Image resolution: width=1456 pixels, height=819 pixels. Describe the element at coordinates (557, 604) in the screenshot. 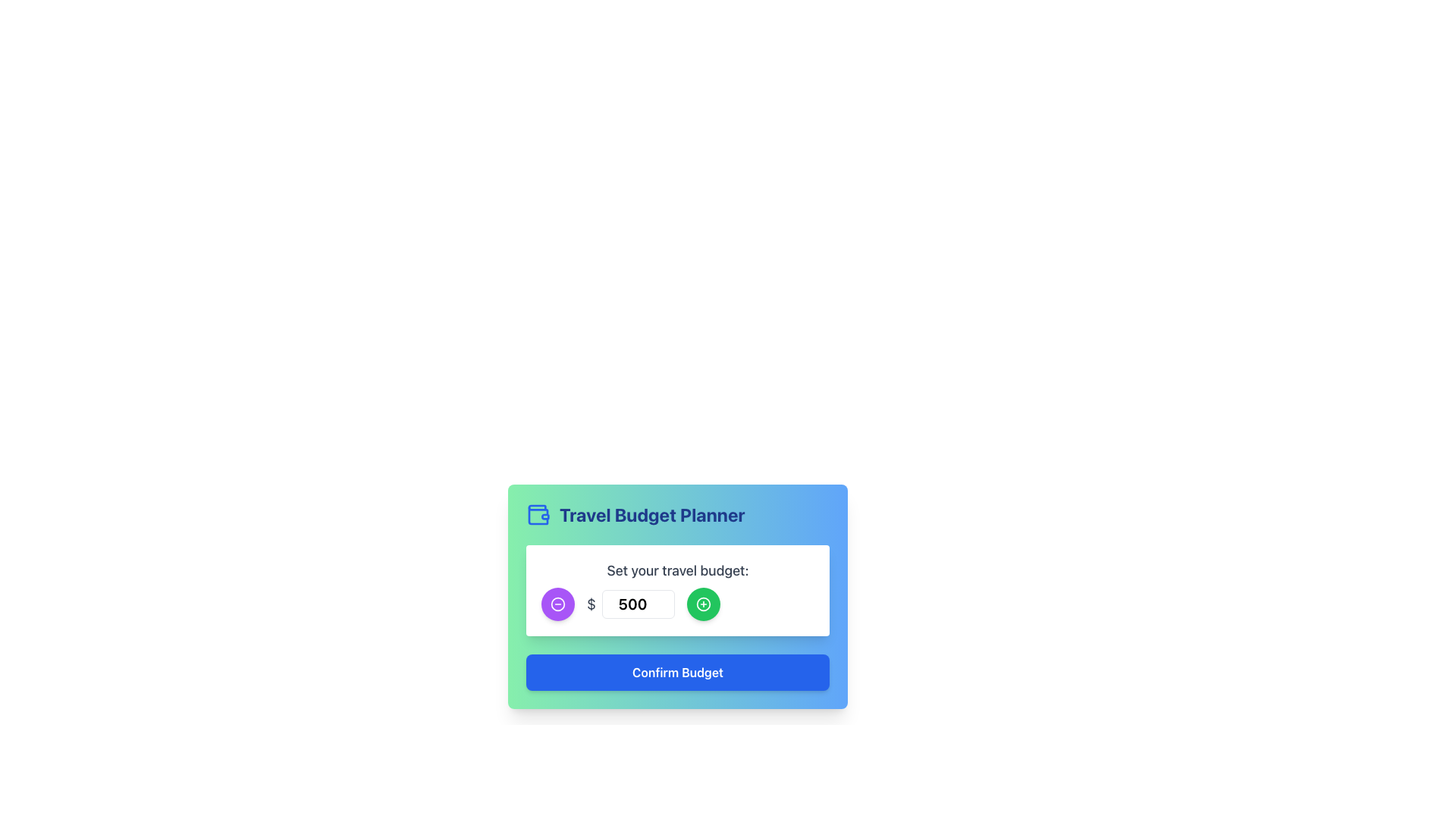

I see `the purple circular button with a white circle inside it` at that location.